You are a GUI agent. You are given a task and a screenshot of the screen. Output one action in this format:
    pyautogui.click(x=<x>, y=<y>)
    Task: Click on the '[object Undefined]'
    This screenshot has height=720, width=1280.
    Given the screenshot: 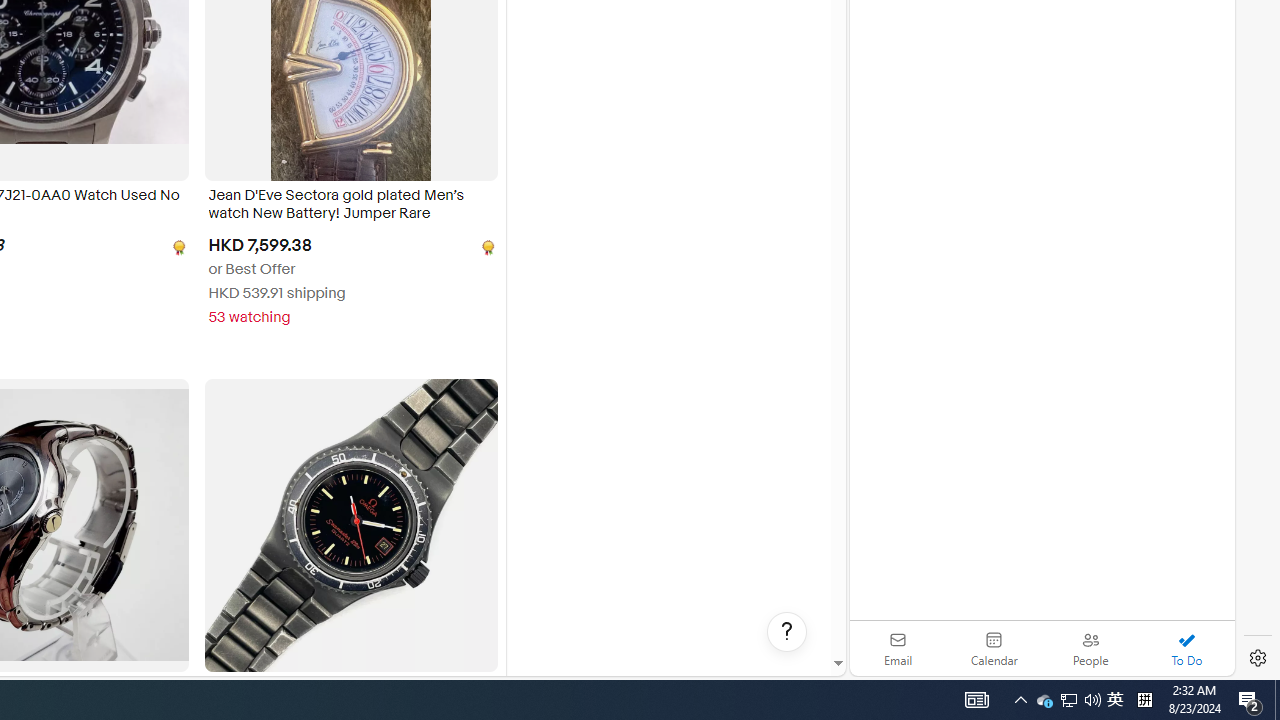 What is the action you would take?
    pyautogui.click(x=486, y=246)
    